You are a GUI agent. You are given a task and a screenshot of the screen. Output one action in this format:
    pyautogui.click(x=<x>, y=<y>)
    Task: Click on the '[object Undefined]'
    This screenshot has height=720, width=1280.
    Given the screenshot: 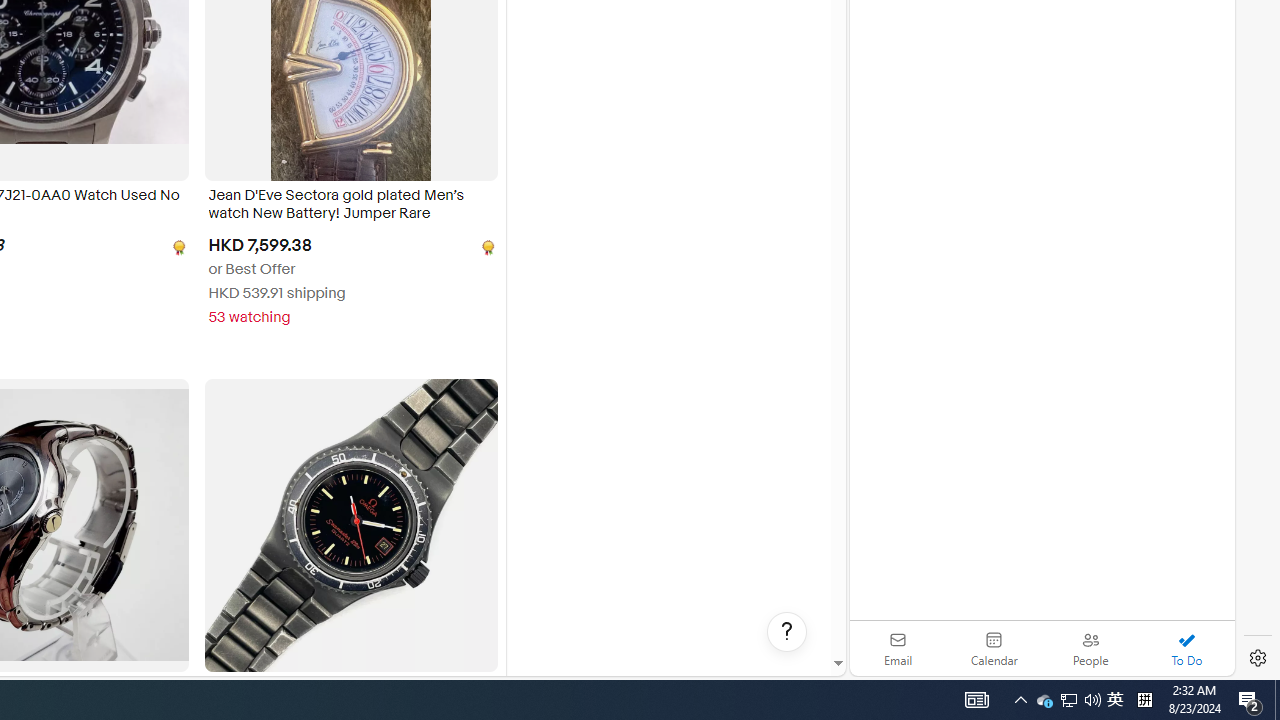 What is the action you would take?
    pyautogui.click(x=486, y=246)
    